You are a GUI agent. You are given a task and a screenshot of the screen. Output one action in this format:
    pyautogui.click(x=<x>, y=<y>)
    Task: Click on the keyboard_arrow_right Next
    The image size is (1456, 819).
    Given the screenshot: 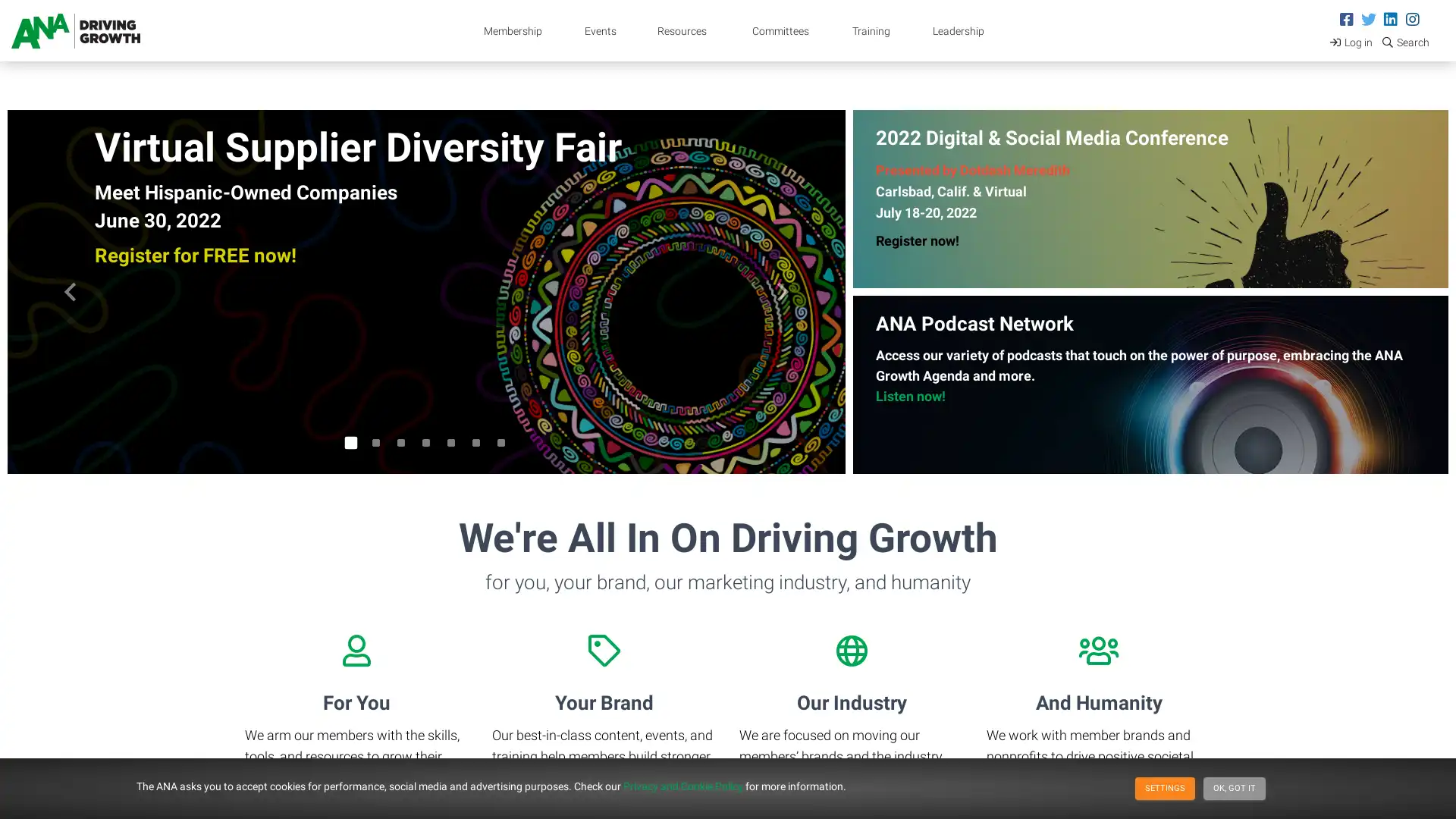 What is the action you would take?
    pyautogui.click(x=782, y=292)
    